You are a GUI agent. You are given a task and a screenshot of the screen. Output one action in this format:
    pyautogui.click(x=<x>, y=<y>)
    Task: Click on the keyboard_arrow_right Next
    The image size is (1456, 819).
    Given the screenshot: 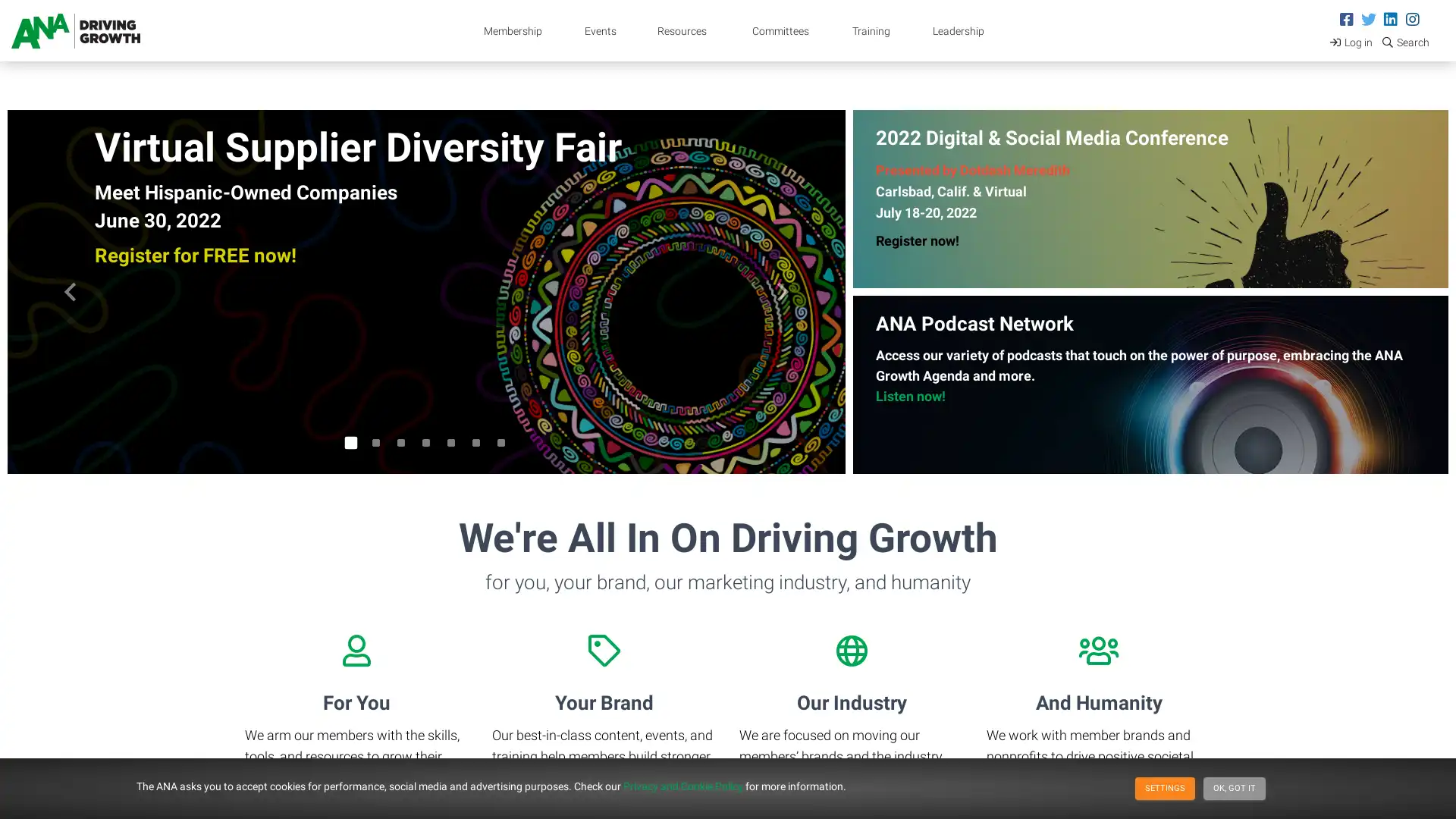 What is the action you would take?
    pyautogui.click(x=782, y=292)
    